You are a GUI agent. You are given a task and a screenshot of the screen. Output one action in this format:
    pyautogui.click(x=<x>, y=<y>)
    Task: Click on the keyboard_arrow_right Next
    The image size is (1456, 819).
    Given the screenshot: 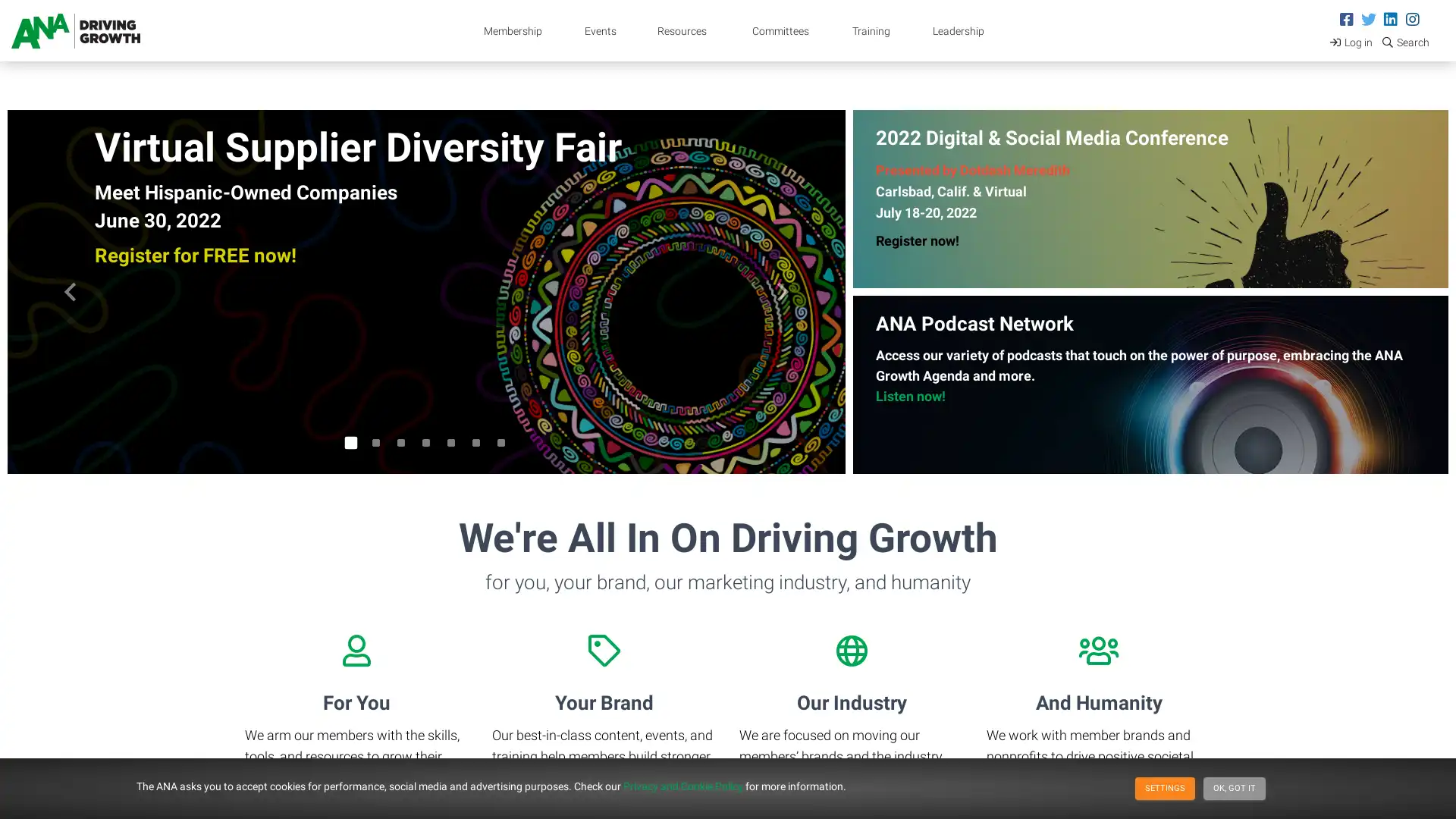 What is the action you would take?
    pyautogui.click(x=782, y=292)
    